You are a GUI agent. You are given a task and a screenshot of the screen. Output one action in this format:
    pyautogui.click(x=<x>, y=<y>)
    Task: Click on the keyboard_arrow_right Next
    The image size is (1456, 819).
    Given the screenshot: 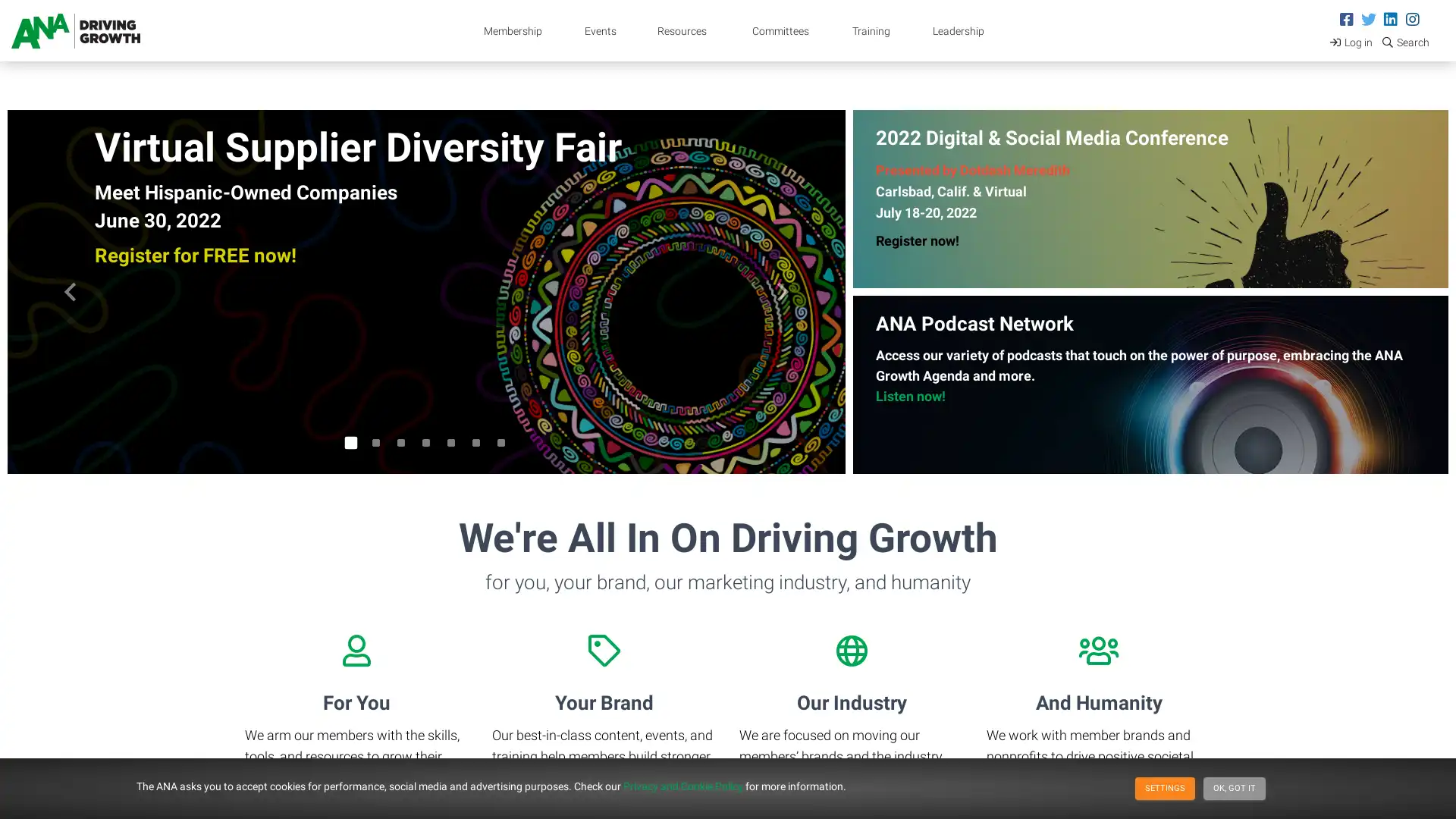 What is the action you would take?
    pyautogui.click(x=782, y=292)
    